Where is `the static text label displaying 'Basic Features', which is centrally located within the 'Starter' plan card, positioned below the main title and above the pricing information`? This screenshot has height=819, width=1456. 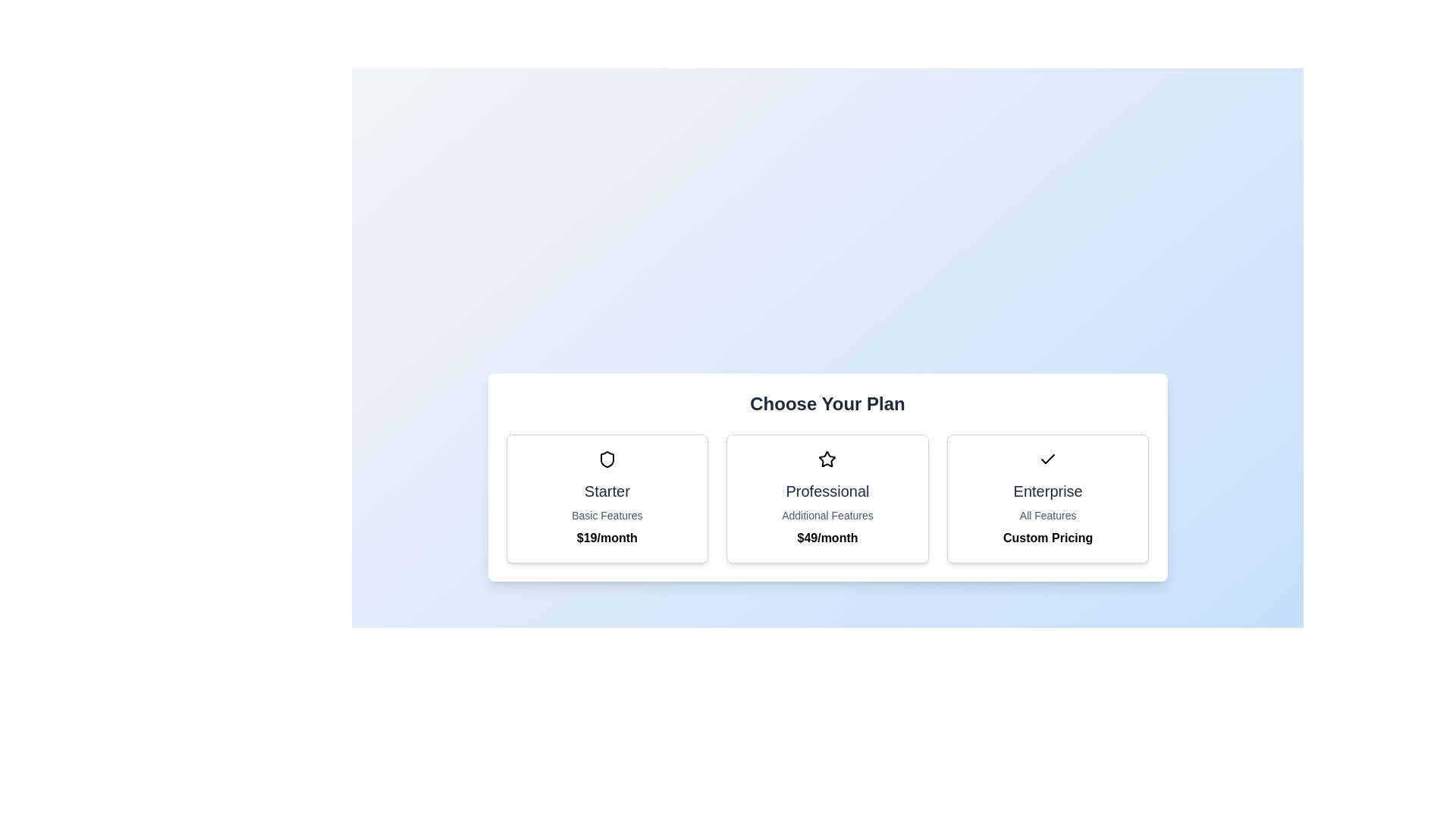
the static text label displaying 'Basic Features', which is centrally located within the 'Starter' plan card, positioned below the main title and above the pricing information is located at coordinates (607, 514).